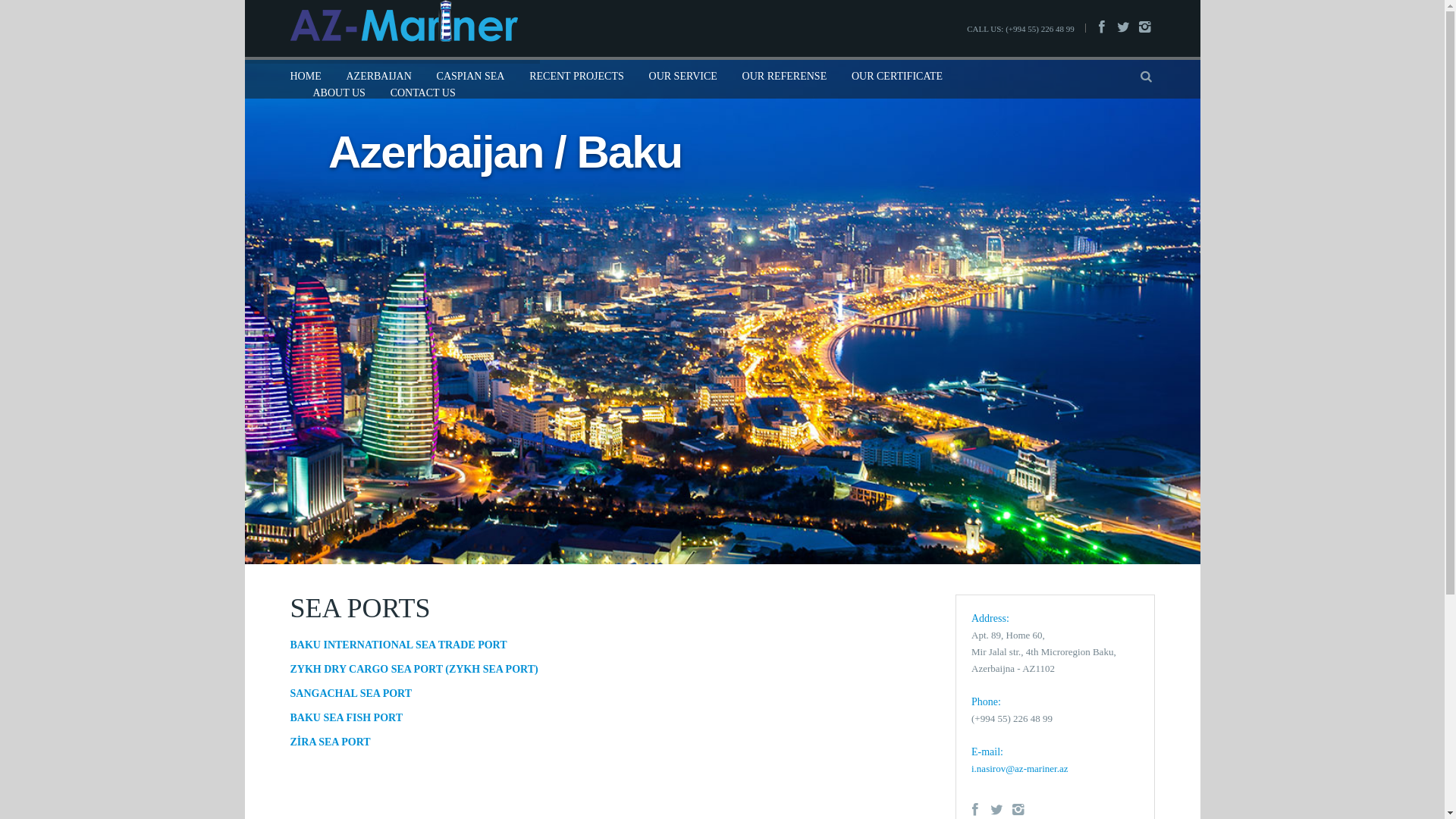 The width and height of the screenshot is (1456, 819). What do you see at coordinates (378, 76) in the screenshot?
I see `'AZERBAIJAN'` at bounding box center [378, 76].